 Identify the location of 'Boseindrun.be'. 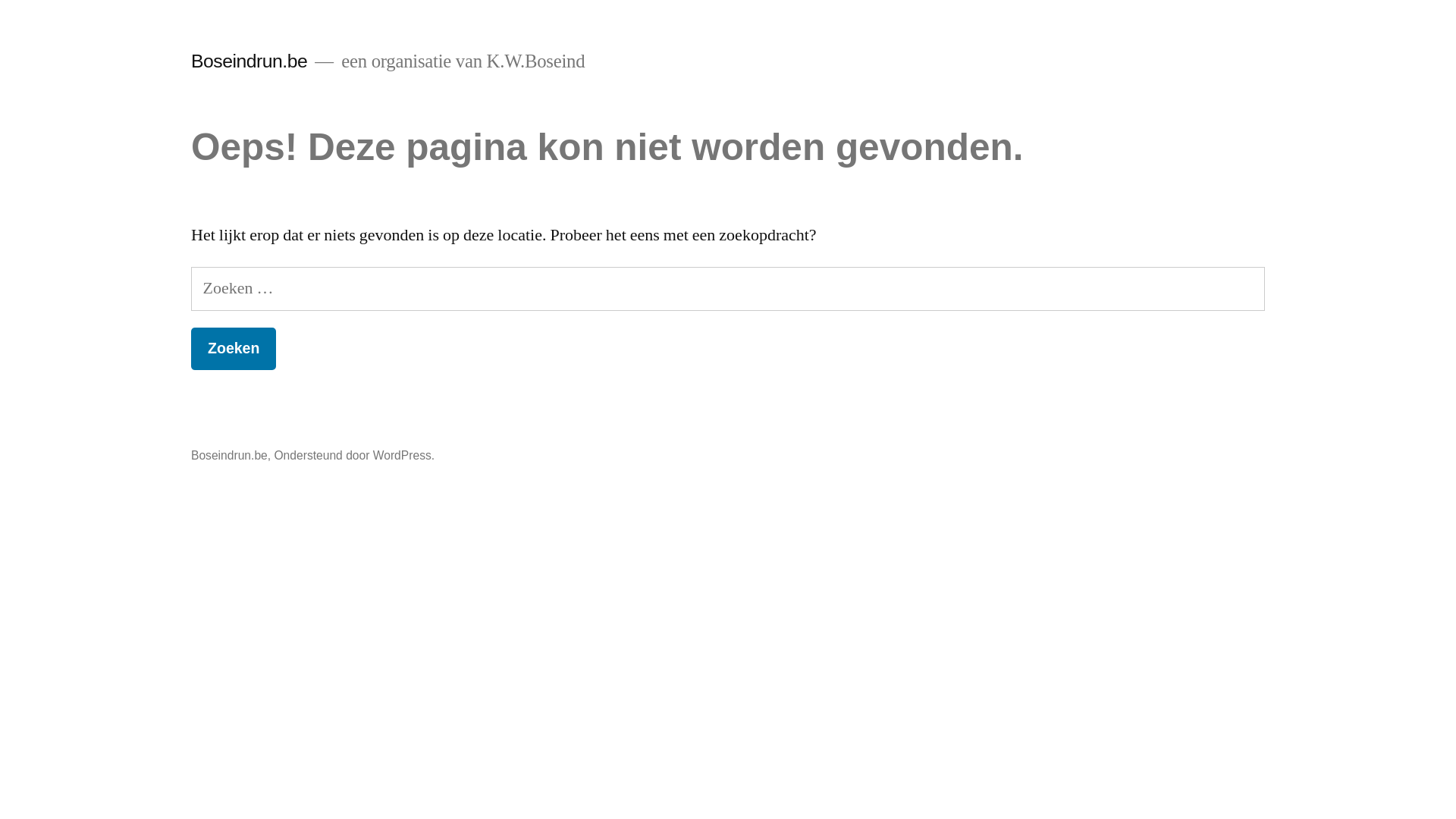
(249, 60).